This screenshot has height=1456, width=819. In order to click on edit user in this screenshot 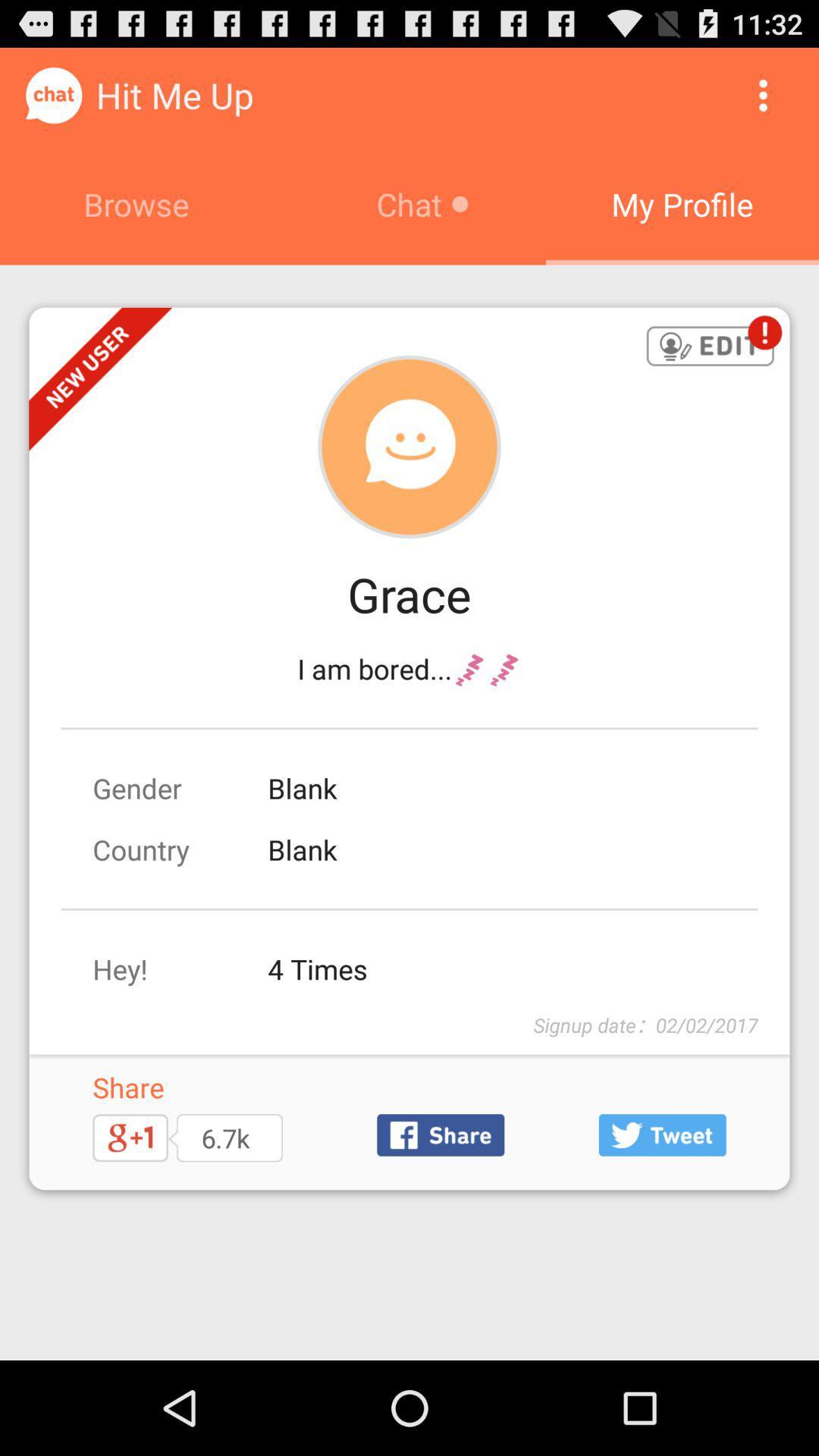, I will do `click(710, 347)`.